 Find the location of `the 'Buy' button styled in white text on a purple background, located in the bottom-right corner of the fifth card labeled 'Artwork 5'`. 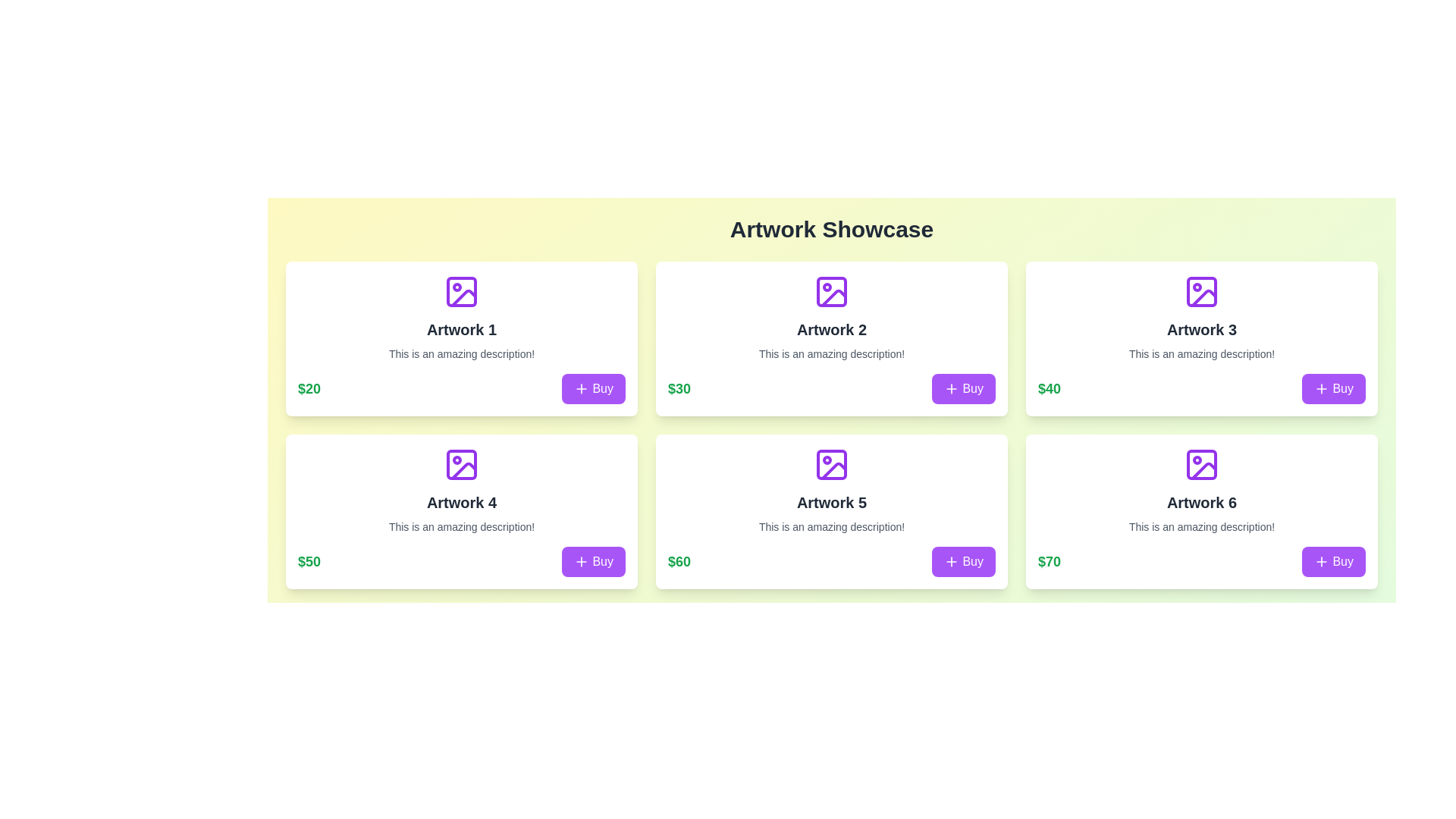

the 'Buy' button styled in white text on a purple background, located in the bottom-right corner of the fifth card labeled 'Artwork 5' is located at coordinates (973, 561).